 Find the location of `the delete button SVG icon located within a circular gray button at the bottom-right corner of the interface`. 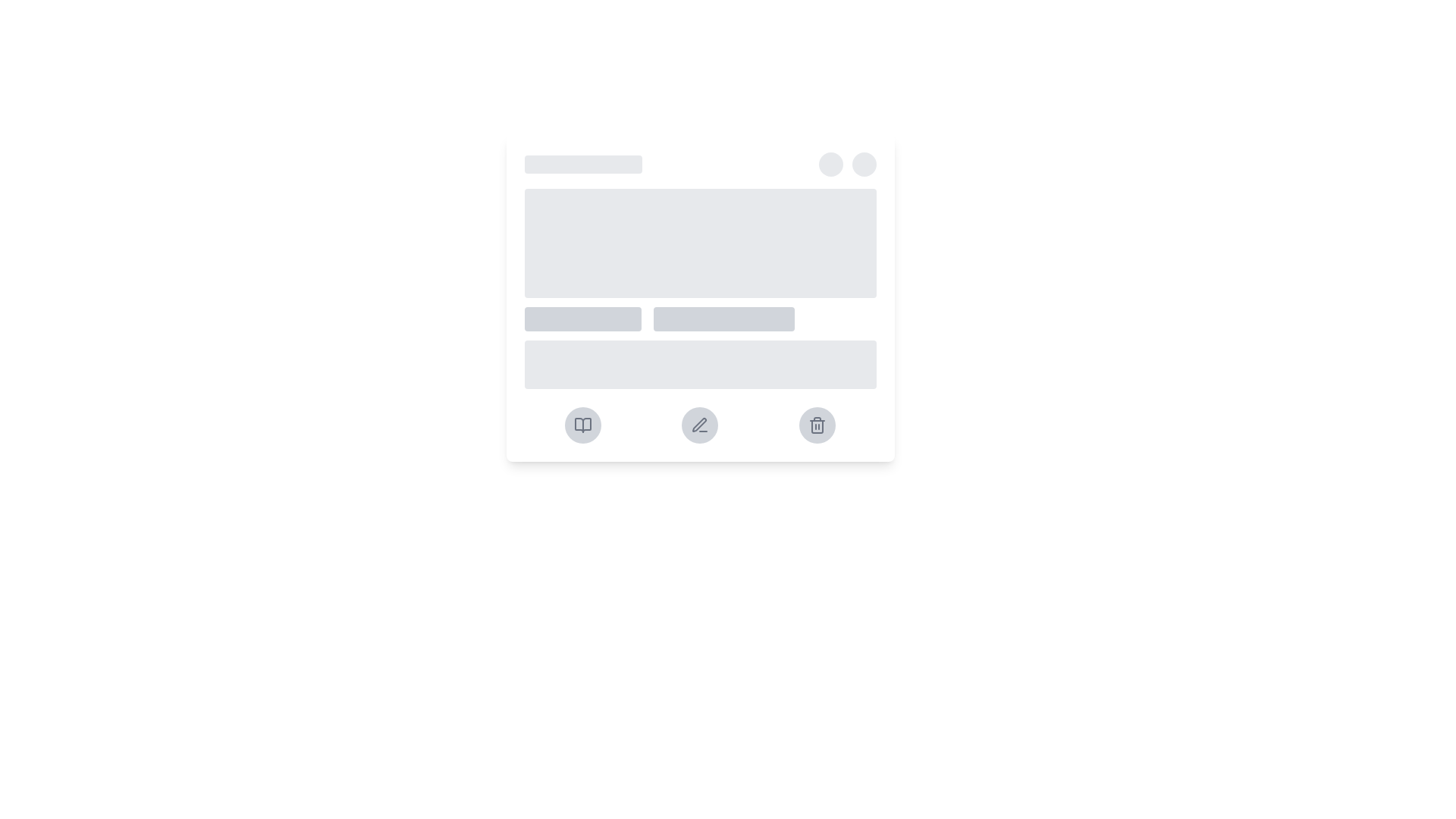

the delete button SVG icon located within a circular gray button at the bottom-right corner of the interface is located at coordinates (817, 425).